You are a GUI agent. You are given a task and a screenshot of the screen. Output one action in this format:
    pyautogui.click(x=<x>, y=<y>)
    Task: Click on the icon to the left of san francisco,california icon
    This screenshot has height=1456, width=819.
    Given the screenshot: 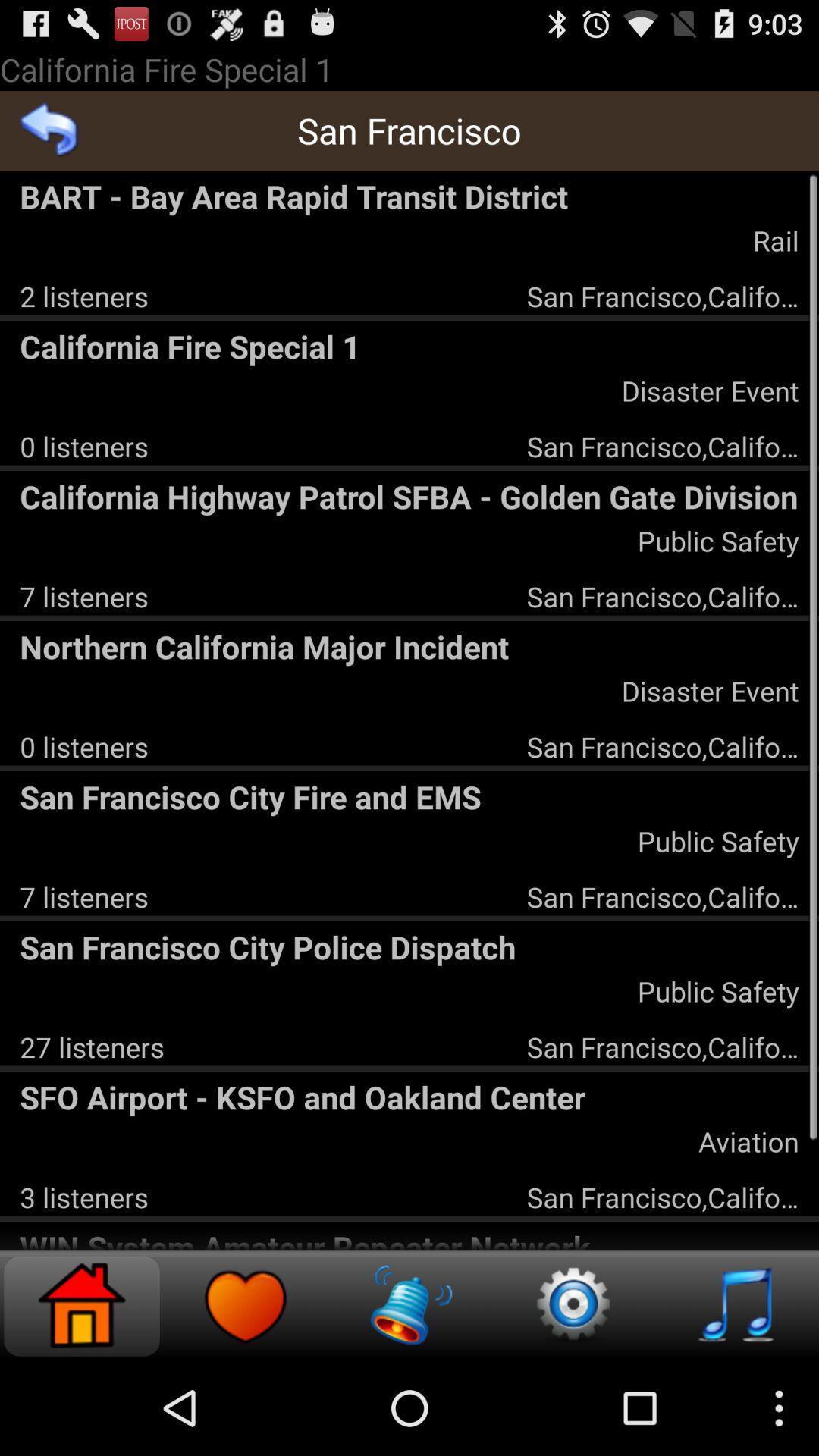 What is the action you would take?
    pyautogui.click(x=84, y=1196)
    